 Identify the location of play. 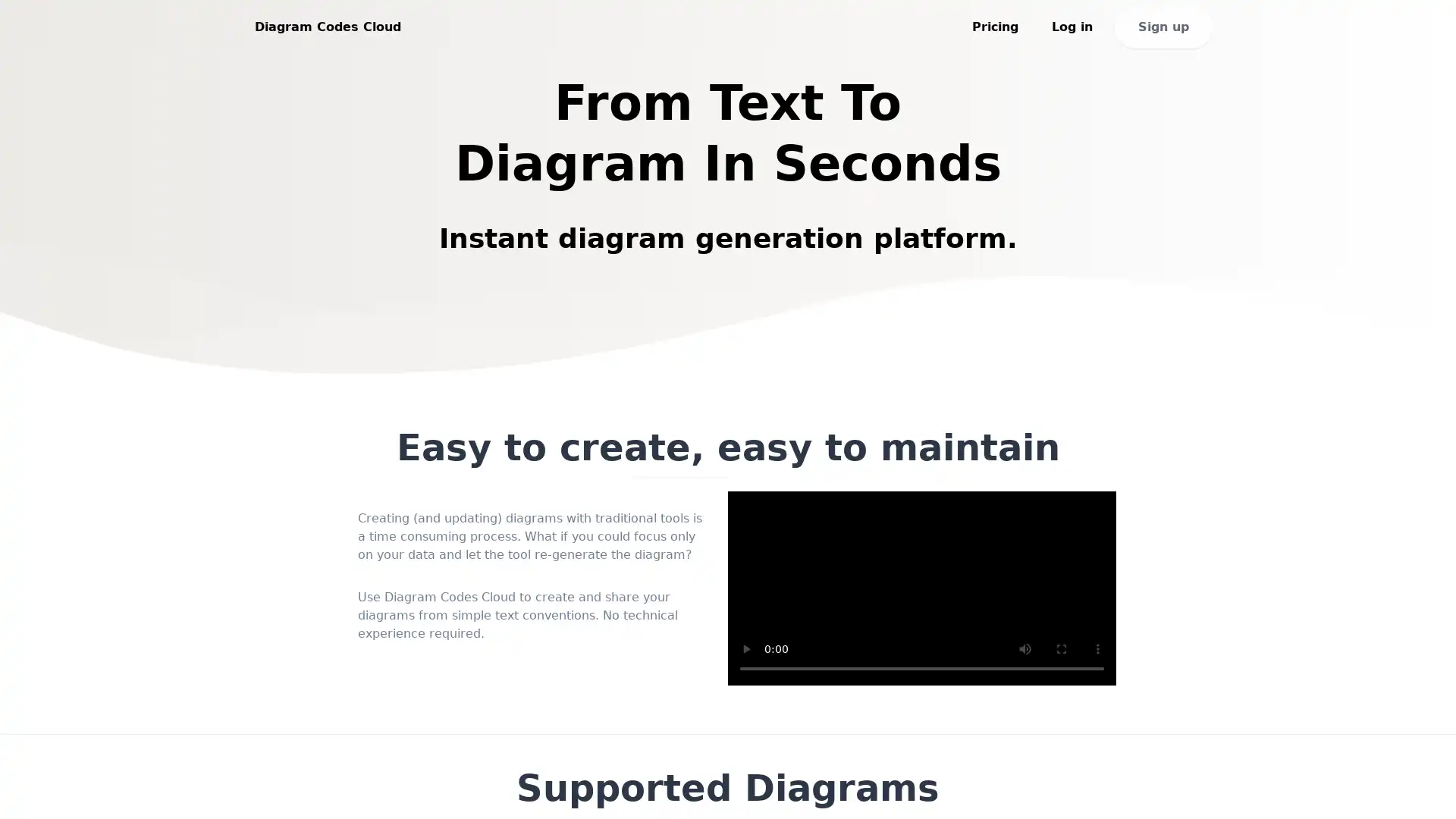
(745, 648).